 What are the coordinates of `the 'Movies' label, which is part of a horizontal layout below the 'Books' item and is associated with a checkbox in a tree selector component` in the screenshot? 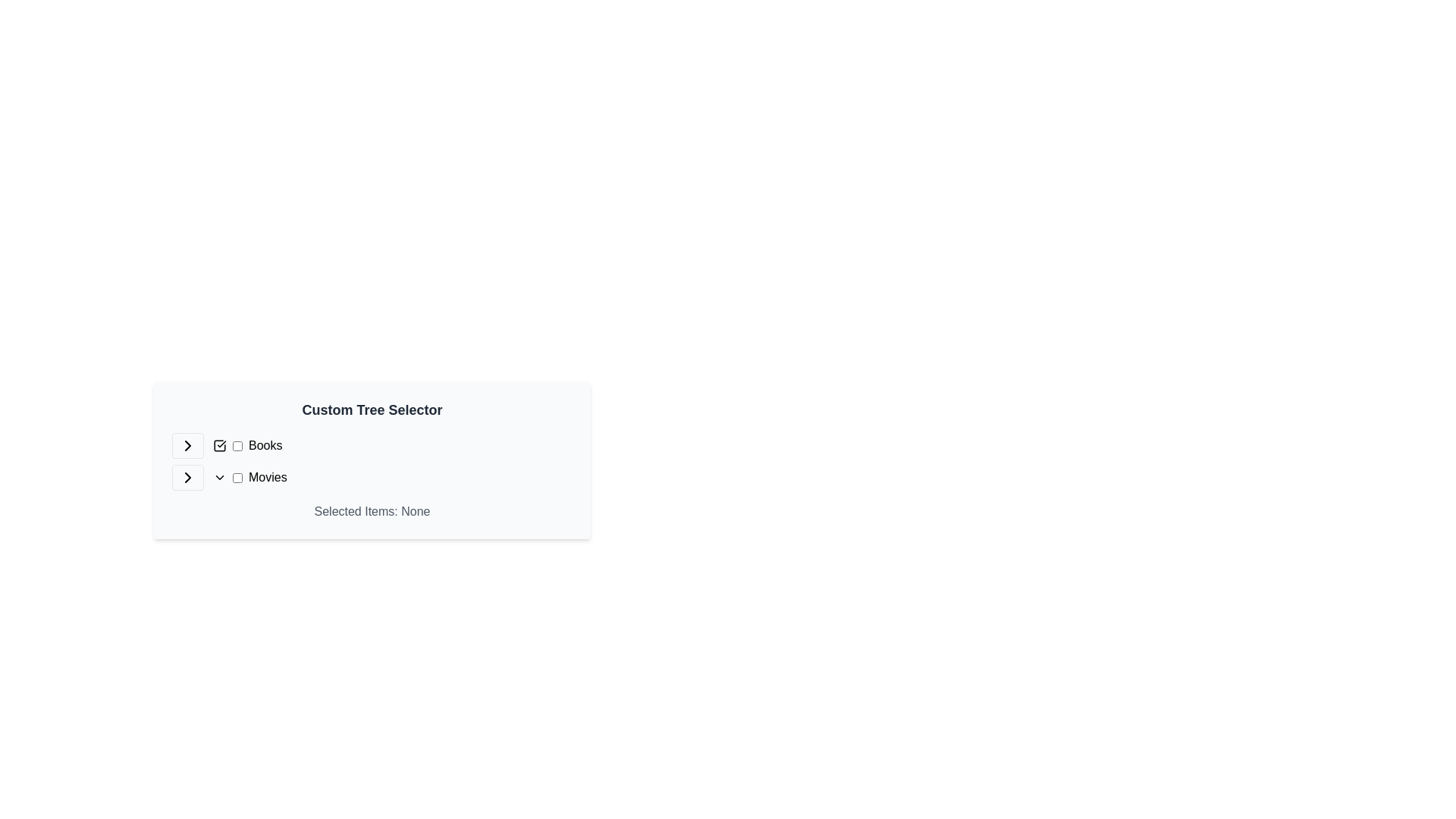 It's located at (268, 476).